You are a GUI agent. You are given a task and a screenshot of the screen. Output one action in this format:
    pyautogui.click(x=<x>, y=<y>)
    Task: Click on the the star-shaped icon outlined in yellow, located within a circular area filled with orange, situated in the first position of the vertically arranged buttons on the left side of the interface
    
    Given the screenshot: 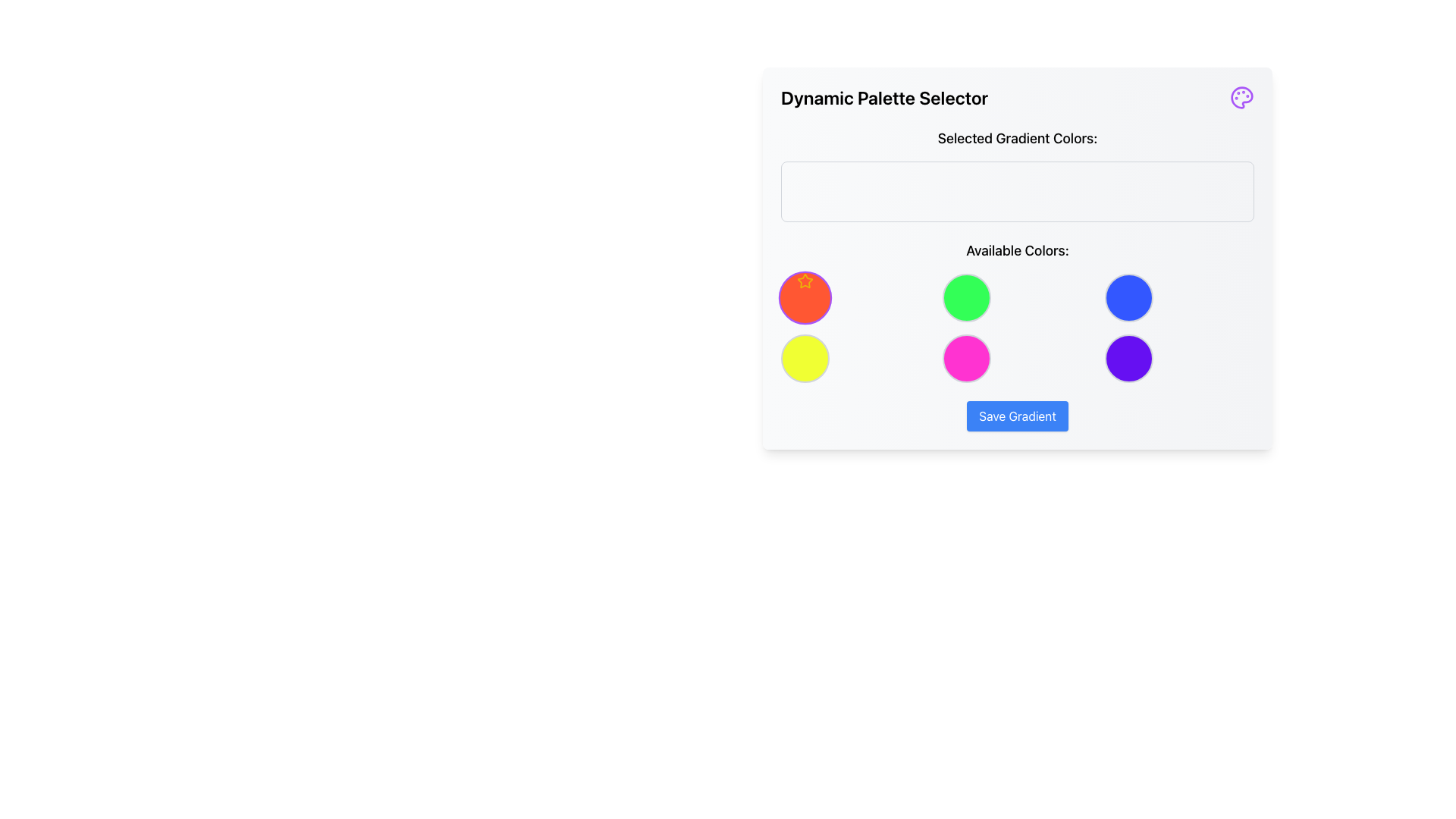 What is the action you would take?
    pyautogui.click(x=804, y=281)
    